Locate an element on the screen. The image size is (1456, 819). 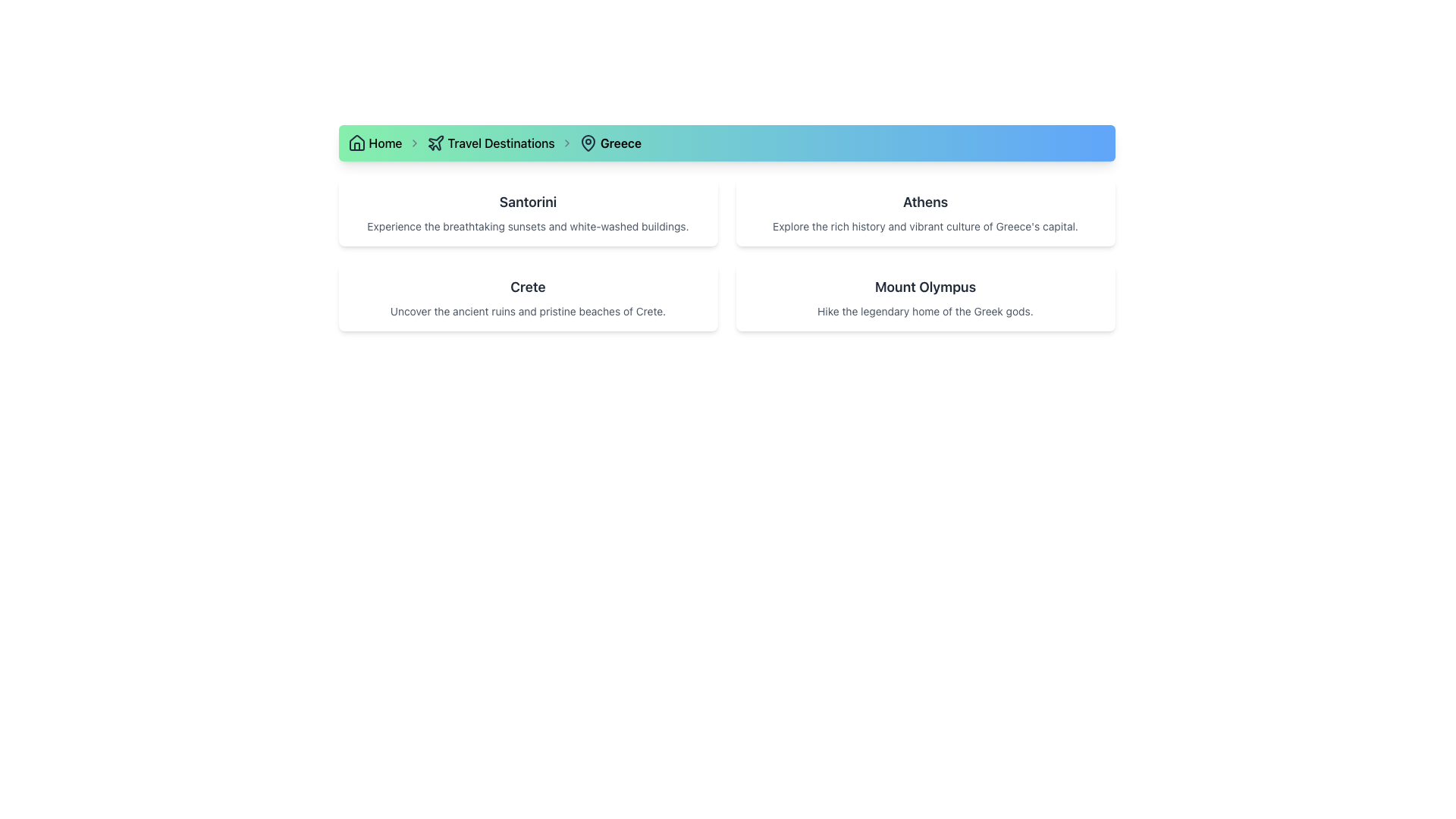
text snippet 'Uncover the ancient ruins and pristine beaches of Crete.' located at the bottom of the 'Crete' card, which is styled with a small gray font is located at coordinates (528, 311).